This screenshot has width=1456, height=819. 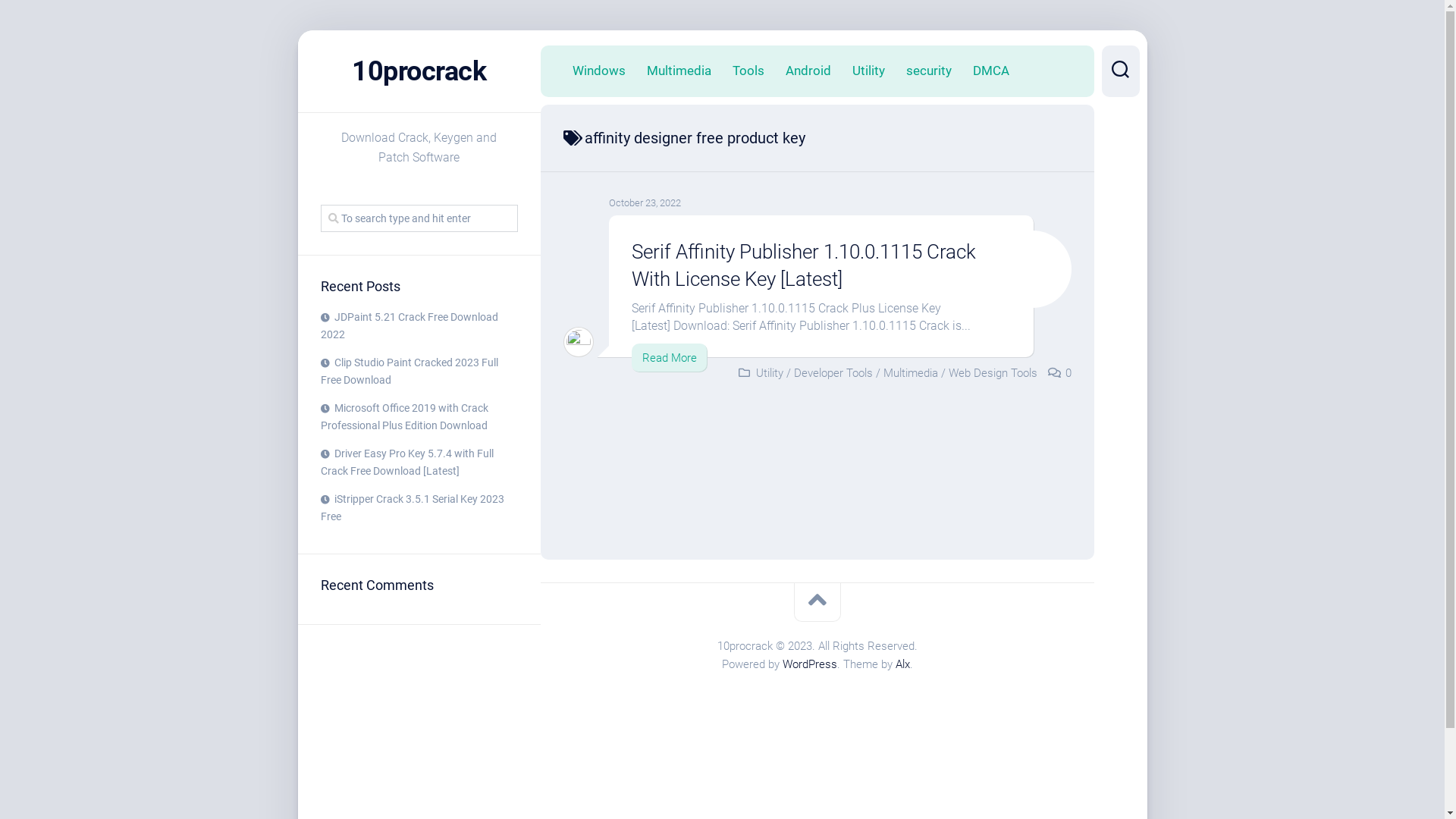 I want to click on 'Tools', so click(x=748, y=70).